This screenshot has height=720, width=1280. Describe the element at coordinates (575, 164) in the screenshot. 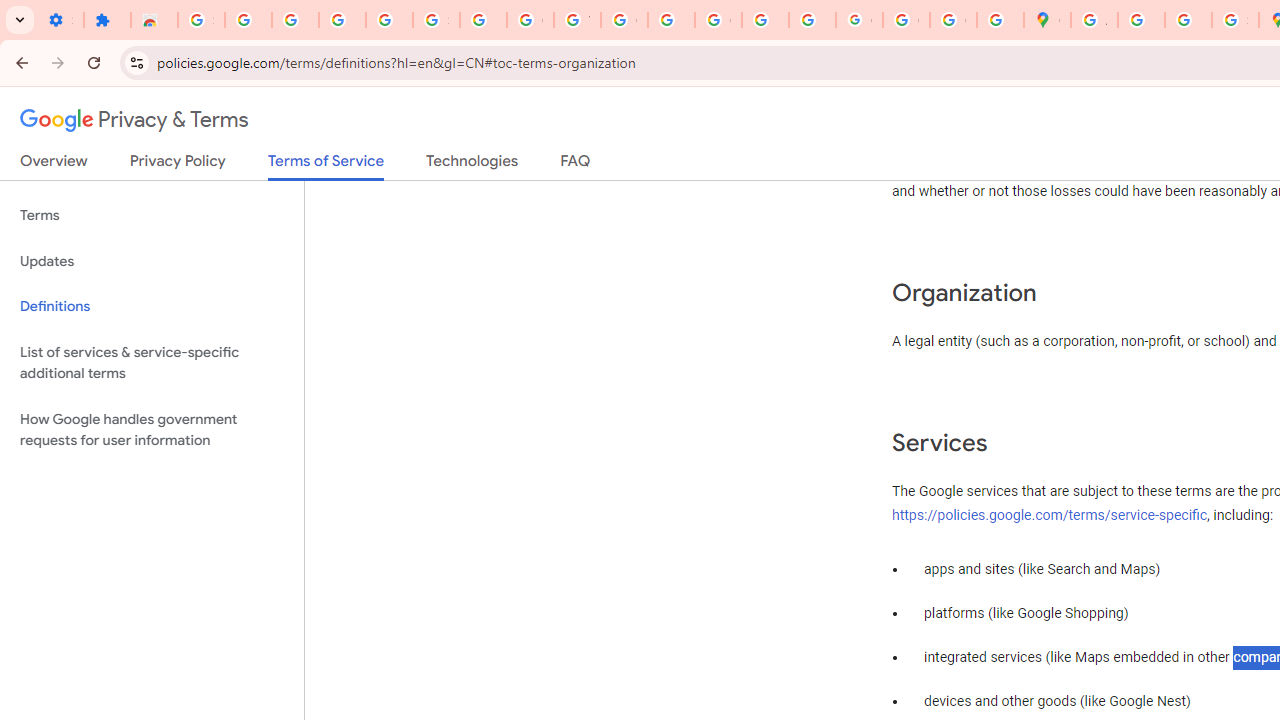

I see `'FAQ'` at that location.